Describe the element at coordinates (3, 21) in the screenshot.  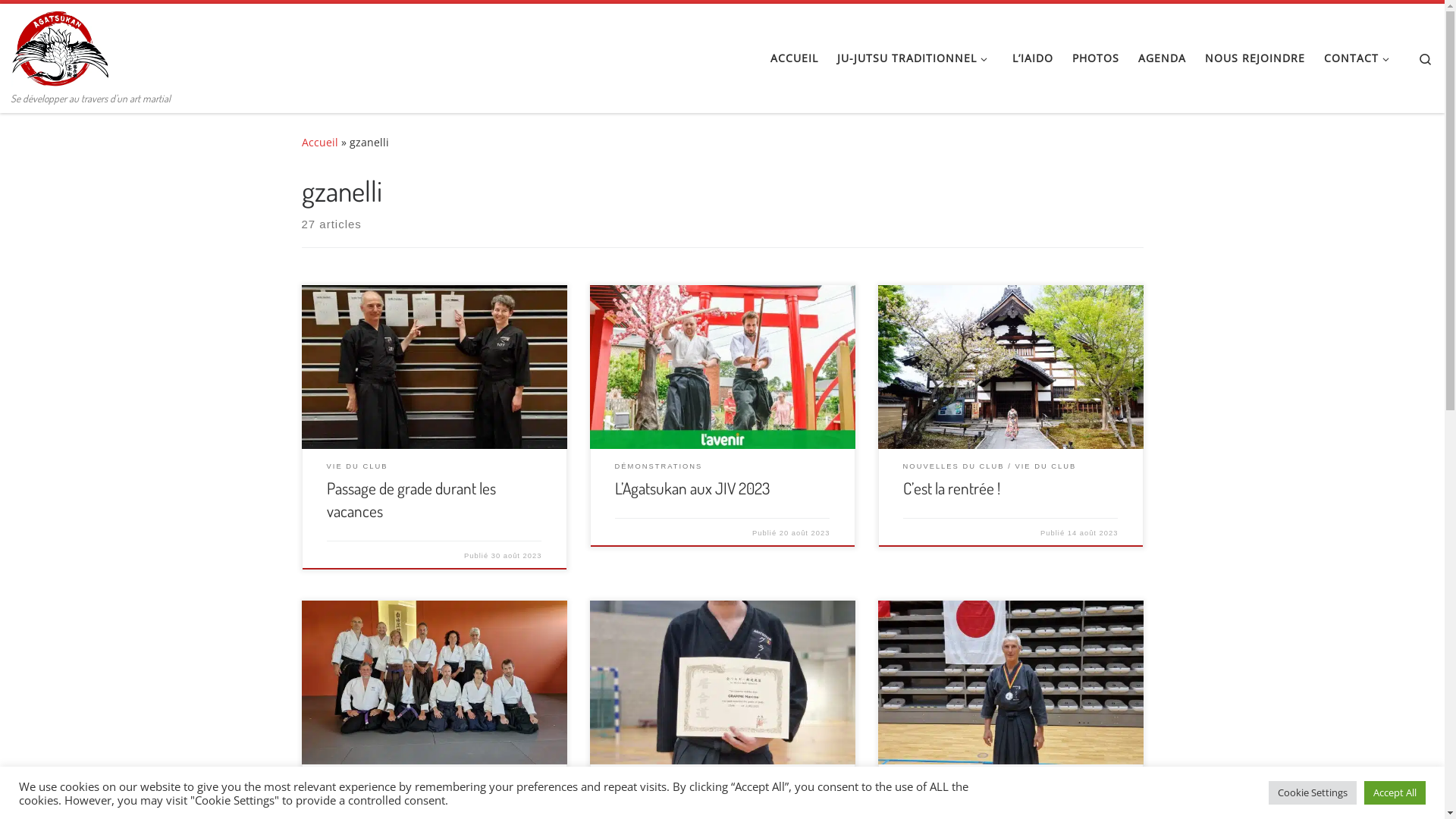
I see `'Skip to content'` at that location.